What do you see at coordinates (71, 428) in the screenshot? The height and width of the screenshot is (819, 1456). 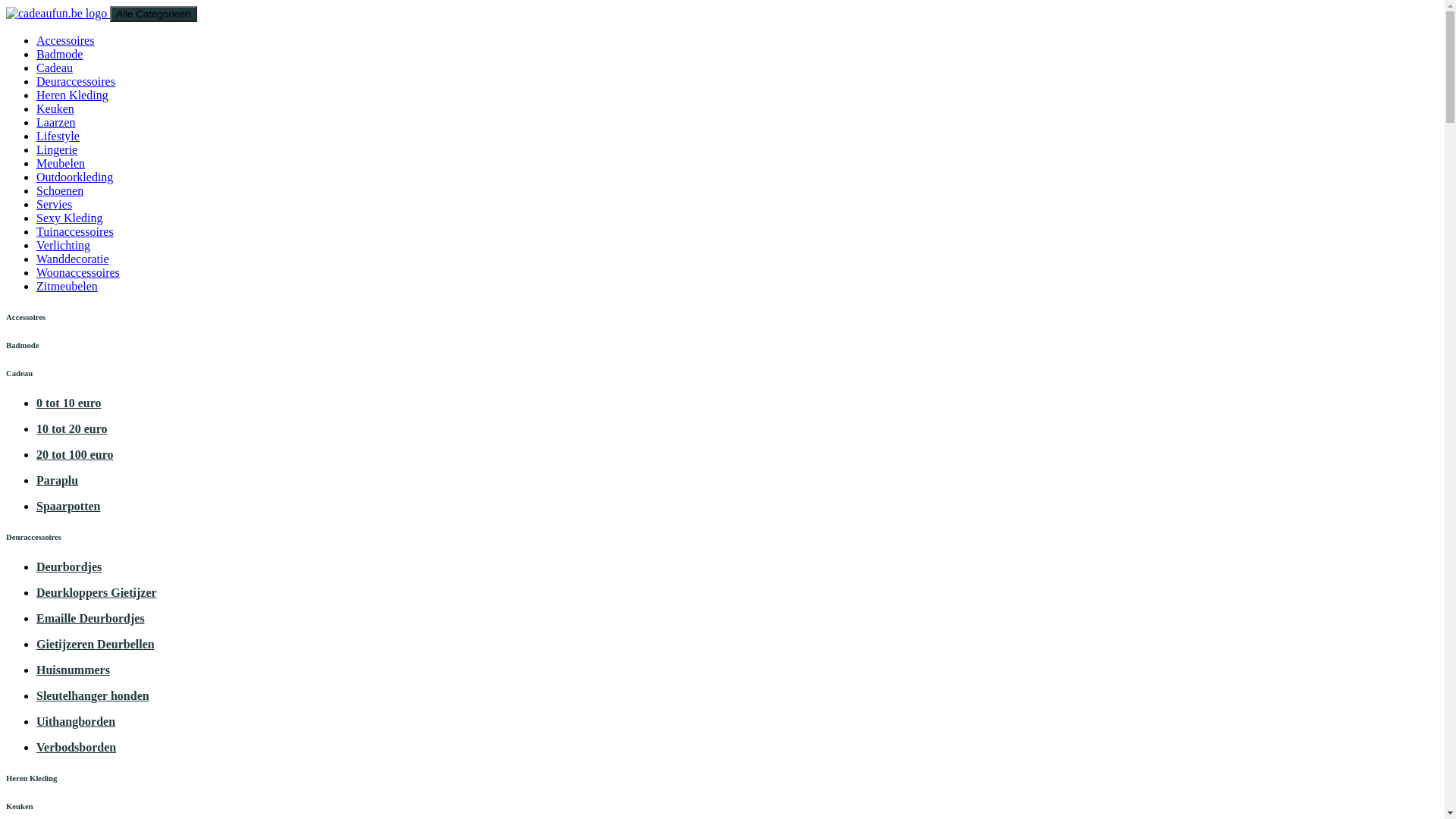 I see `'10 tot 20 euro'` at bounding box center [71, 428].